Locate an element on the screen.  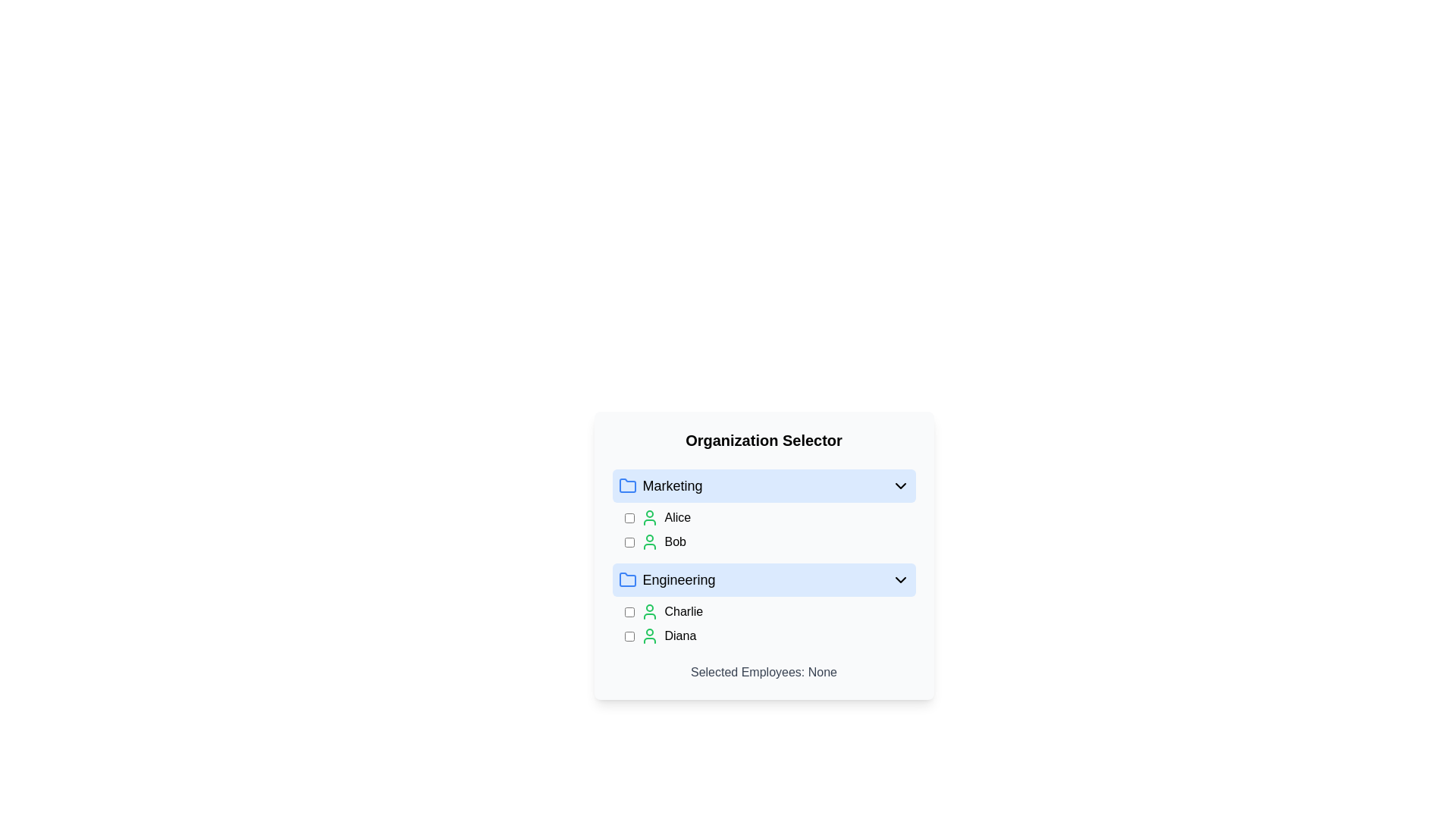
the SVG folder icon with a blue outline, which is located to the left of the text 'Marketing' in the horizontal layout, just below the title 'Organization Selector' is located at coordinates (627, 485).